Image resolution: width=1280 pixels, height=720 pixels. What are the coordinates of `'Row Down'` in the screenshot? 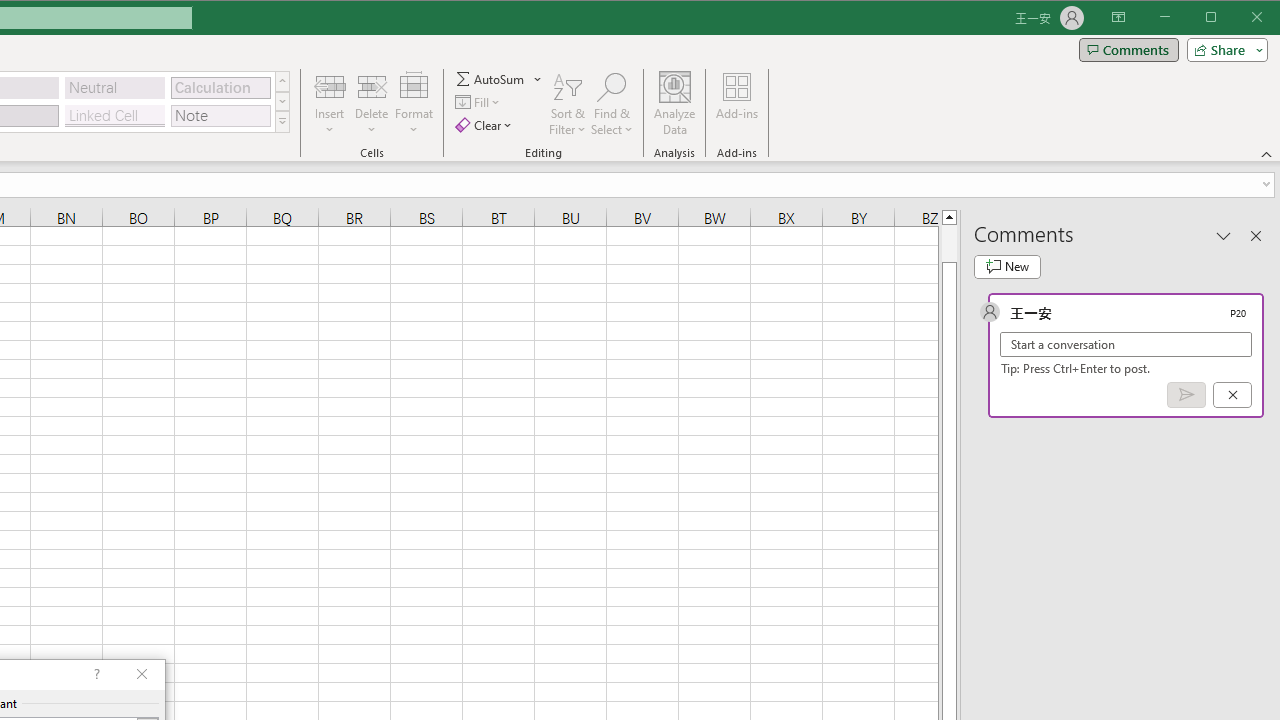 It's located at (281, 101).